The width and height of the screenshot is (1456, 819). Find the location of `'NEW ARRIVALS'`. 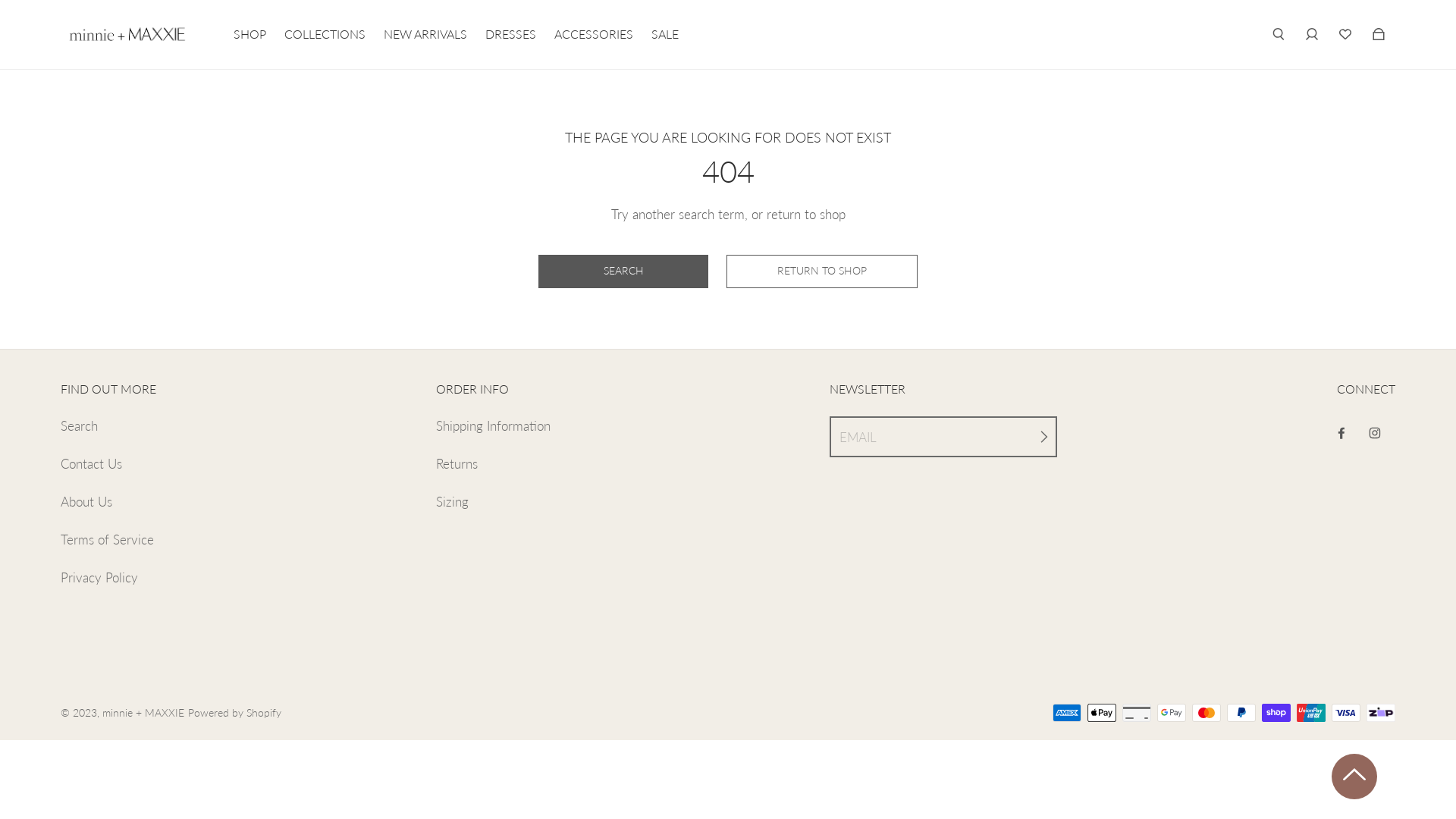

'NEW ARRIVALS' is located at coordinates (425, 34).